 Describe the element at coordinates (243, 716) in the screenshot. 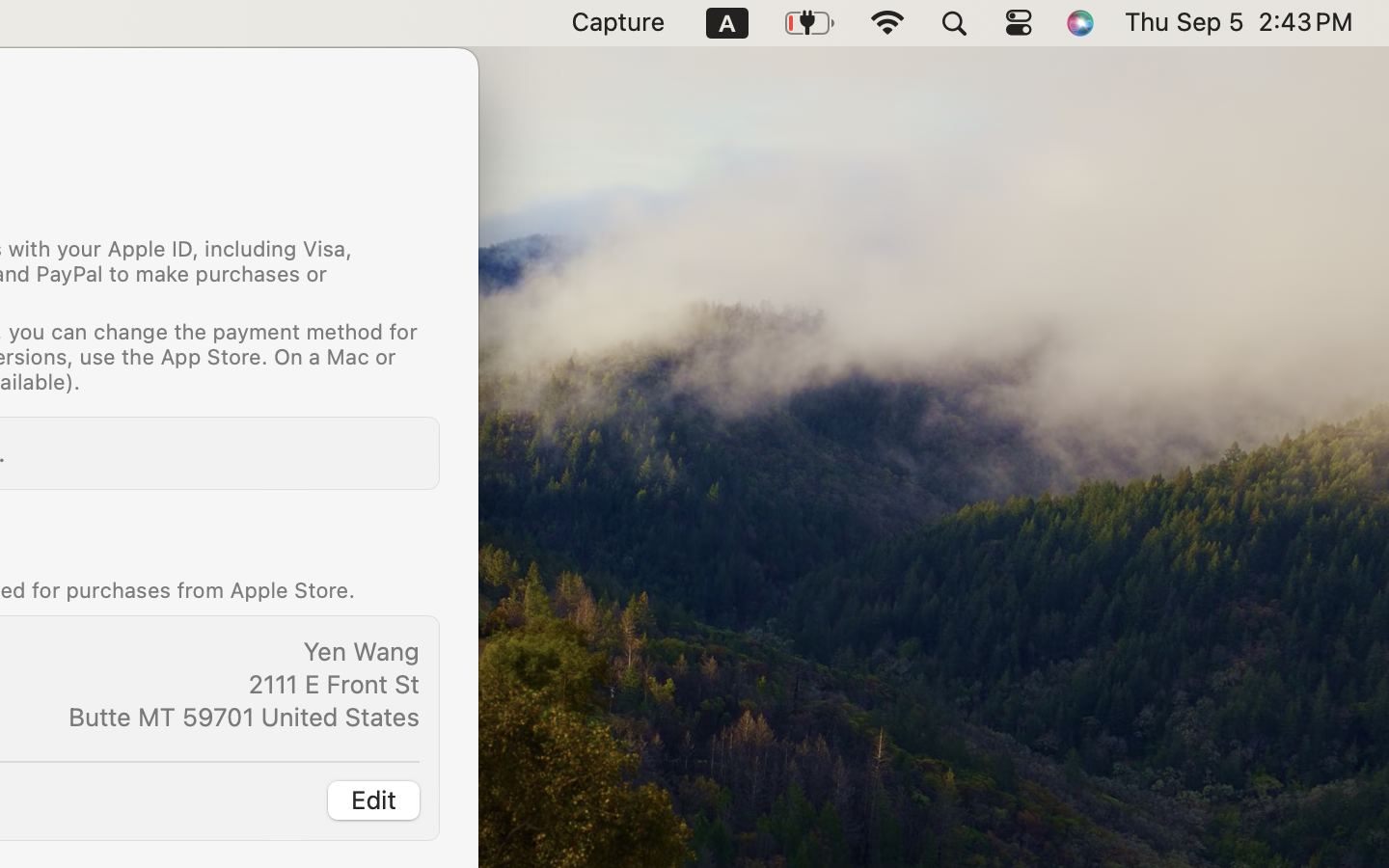

I see `'Butte MT 59701 United States'` at that location.